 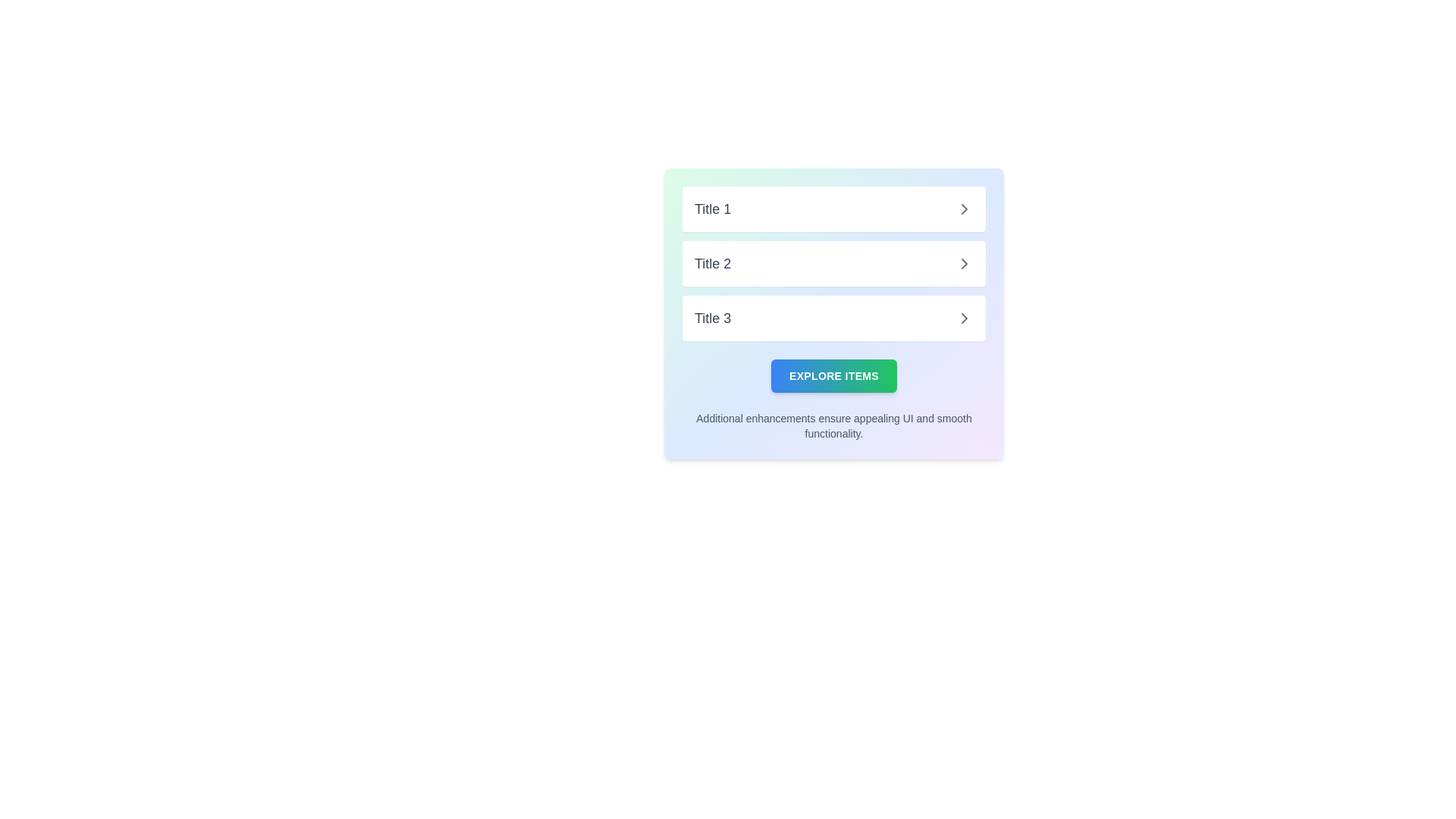 I want to click on the static text label that serves as the title for the first item in the vertical list, located in the upper portion of the vertical list box and aligned with a chevron icon, so click(x=712, y=209).